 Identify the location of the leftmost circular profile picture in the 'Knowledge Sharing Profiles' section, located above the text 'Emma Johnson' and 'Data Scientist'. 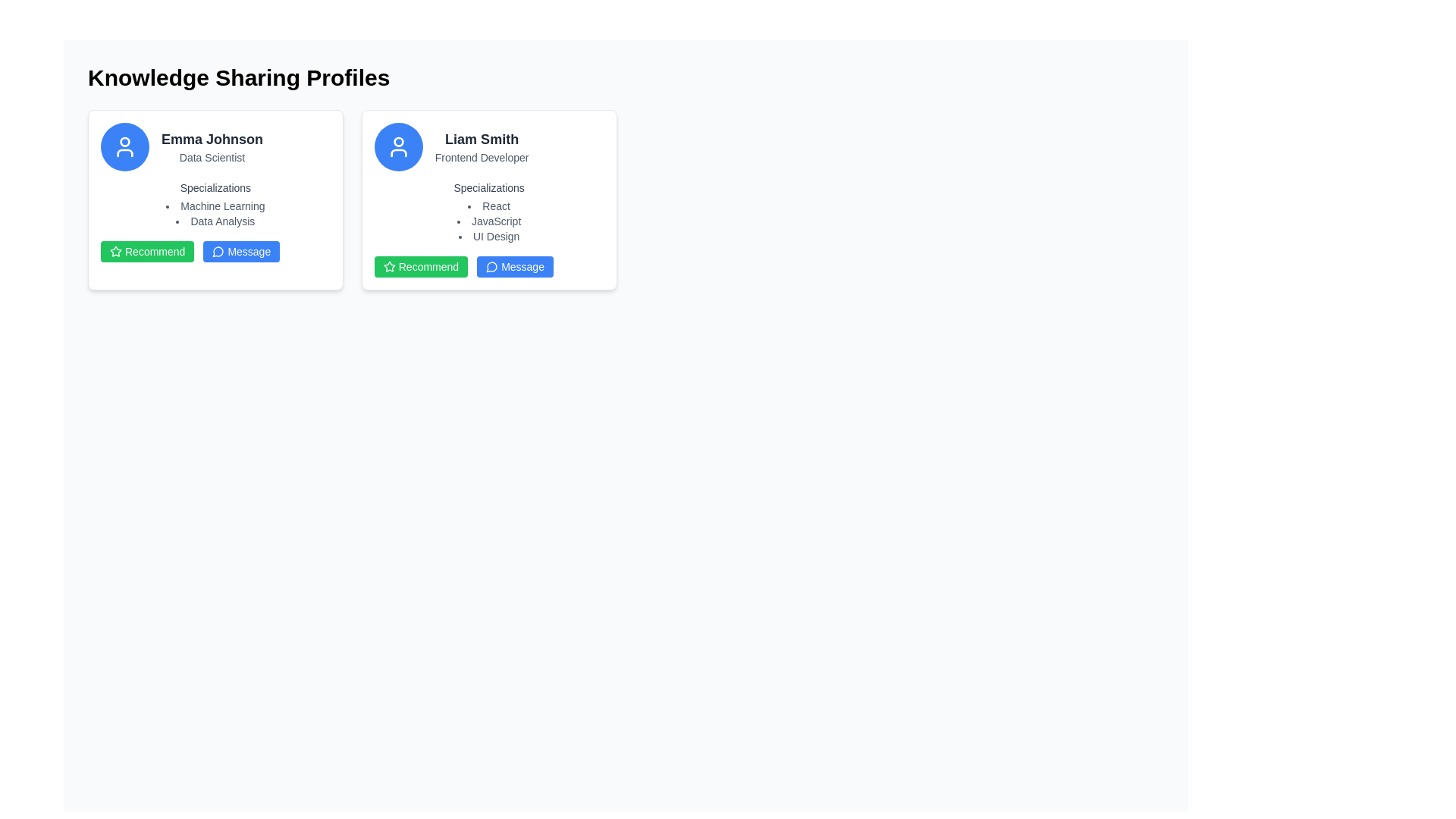
(124, 146).